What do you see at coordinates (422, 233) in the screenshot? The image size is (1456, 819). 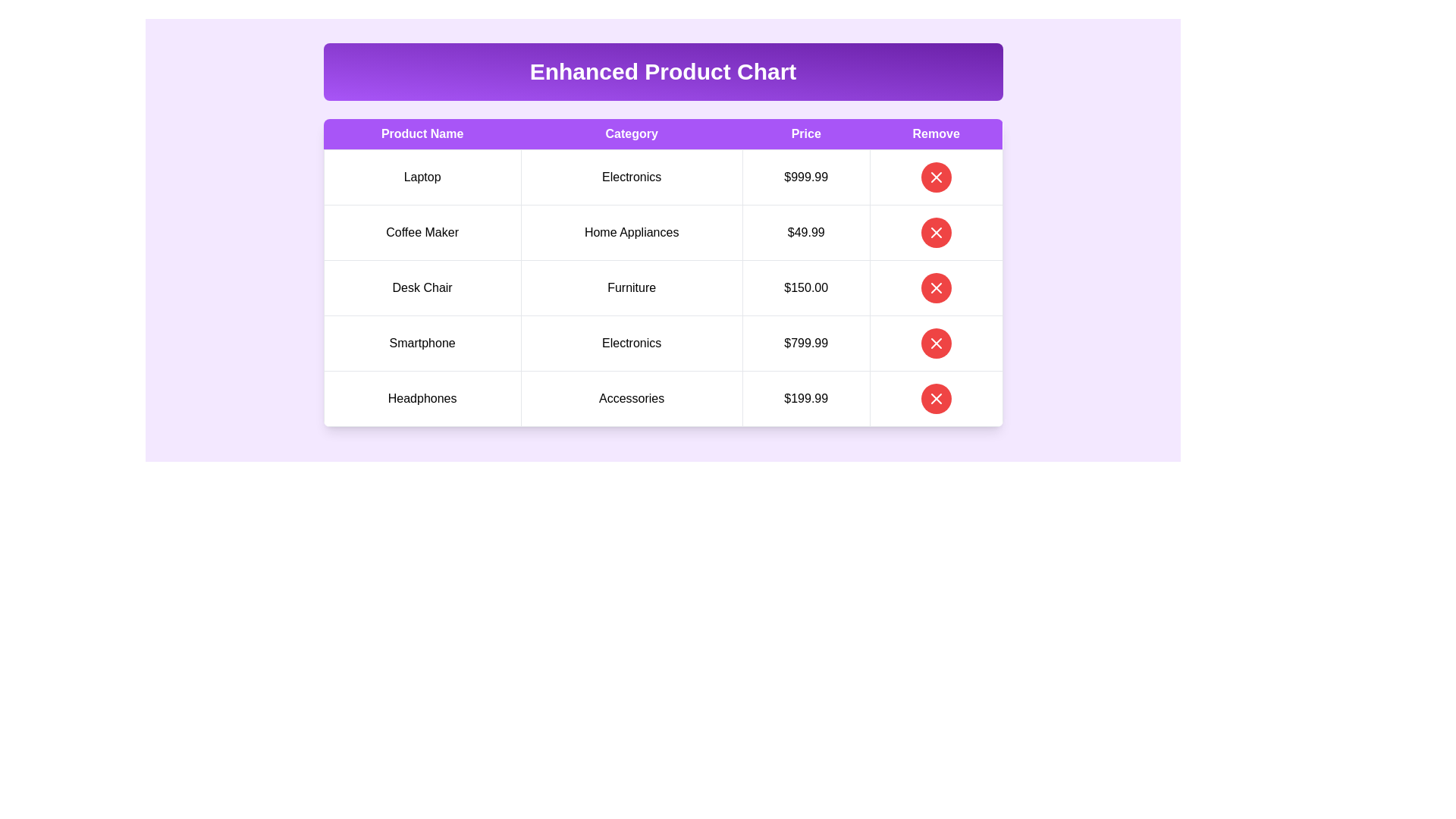 I see `text displayed in the 'Coffee Maker' label located in the second row of the table under the 'Product Name' column` at bounding box center [422, 233].